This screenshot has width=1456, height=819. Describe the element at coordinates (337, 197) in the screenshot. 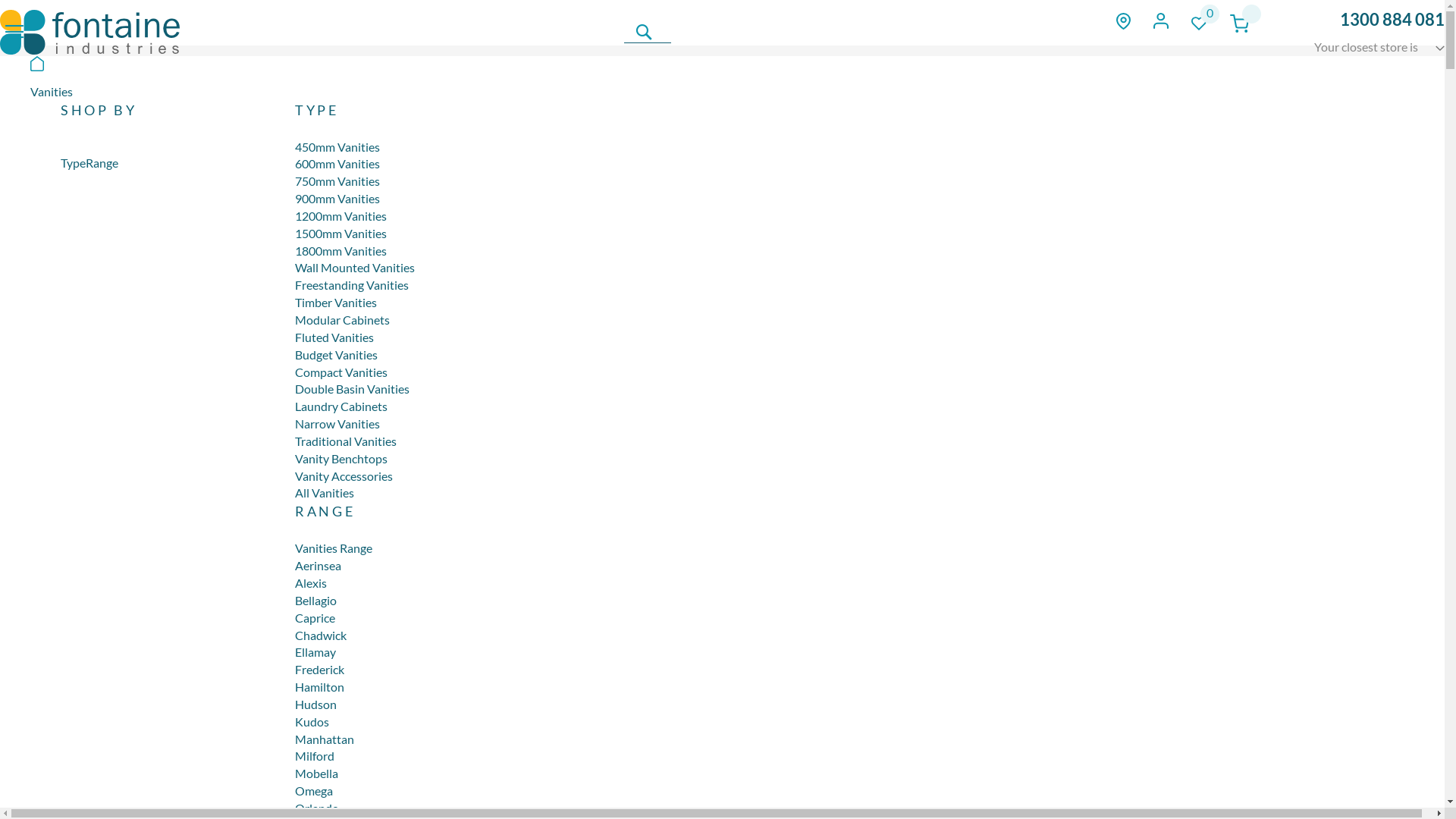

I see `'900mm Vanities'` at that location.